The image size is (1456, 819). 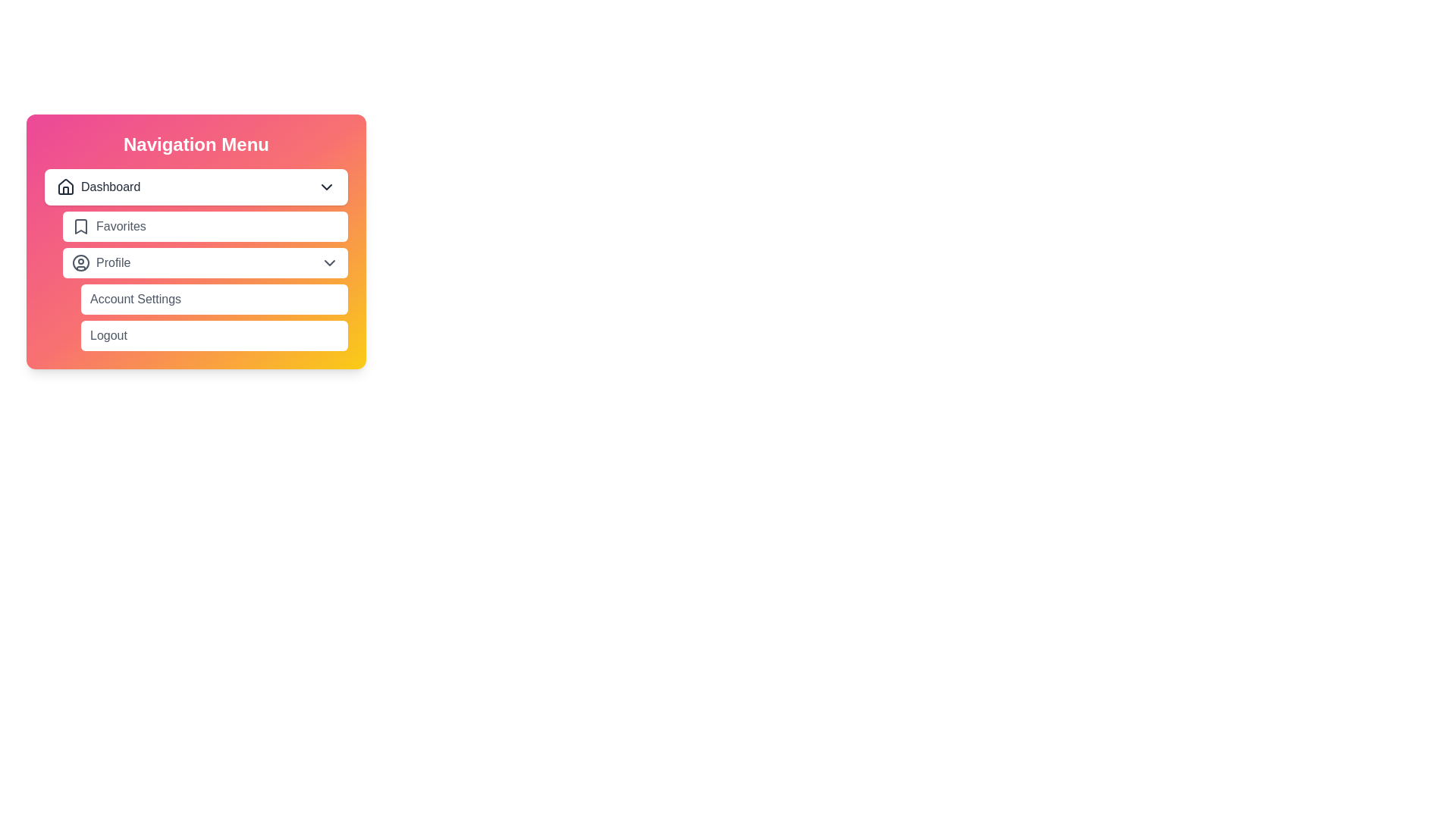 What do you see at coordinates (214, 335) in the screenshot?
I see `the 'Logout' button located below the 'Account Settings' button in the vertical navigation menu to sign out of the account` at bounding box center [214, 335].